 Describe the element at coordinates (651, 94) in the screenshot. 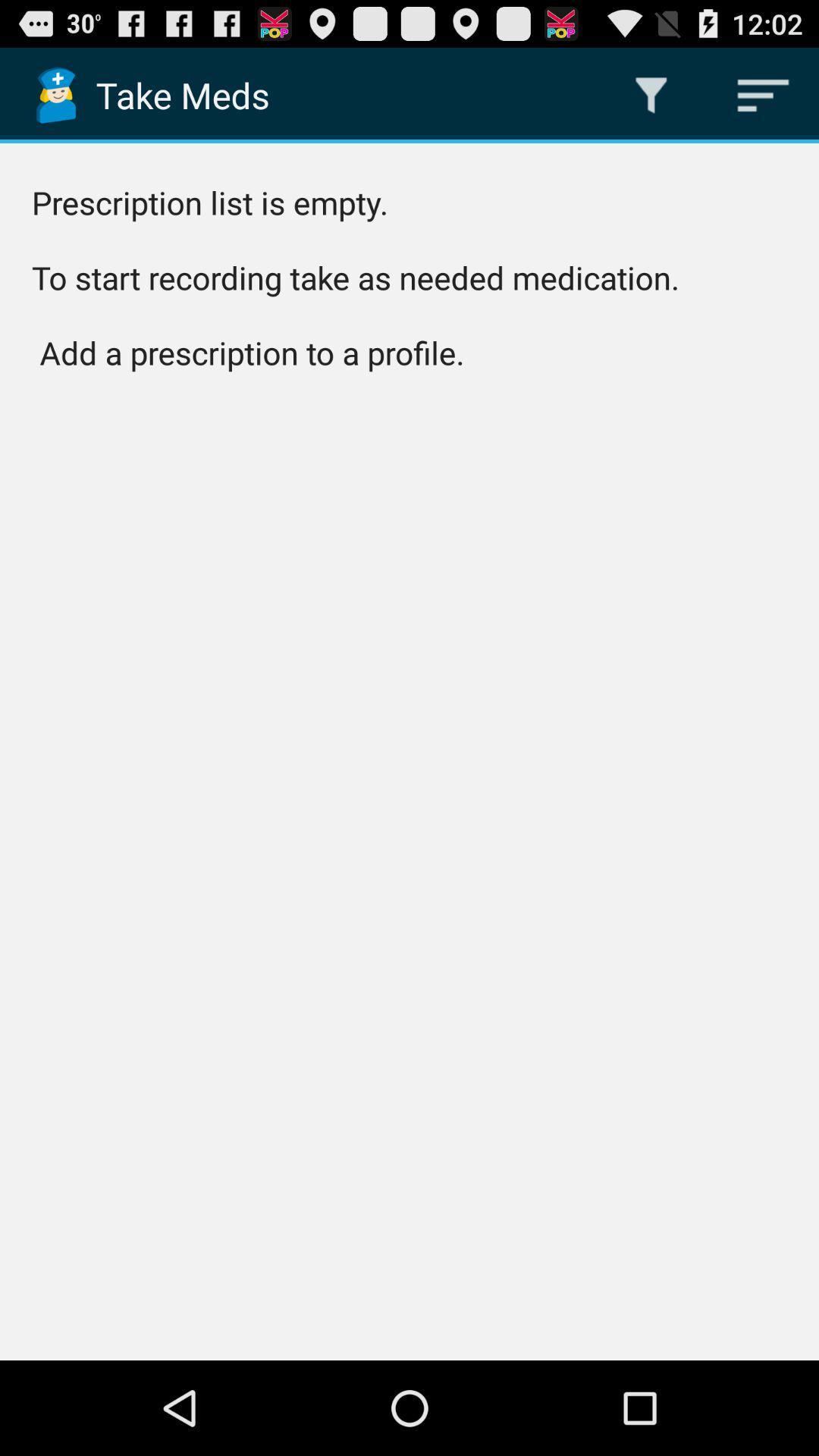

I see `the app to the right of take meds app` at that location.